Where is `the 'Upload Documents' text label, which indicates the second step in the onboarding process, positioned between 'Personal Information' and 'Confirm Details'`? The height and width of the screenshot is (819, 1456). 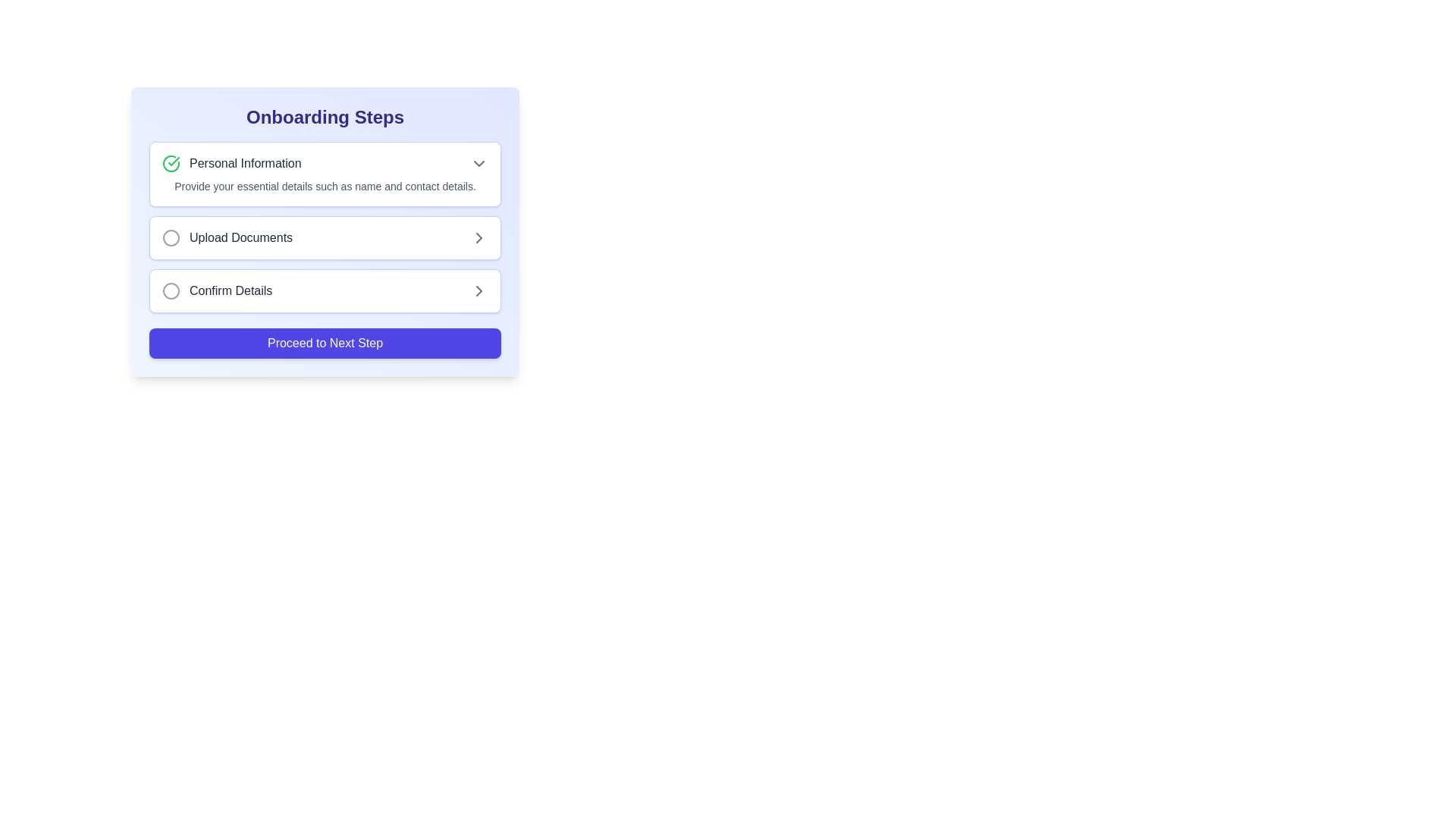
the 'Upload Documents' text label, which indicates the second step in the onboarding process, positioned between 'Personal Information' and 'Confirm Details' is located at coordinates (240, 237).